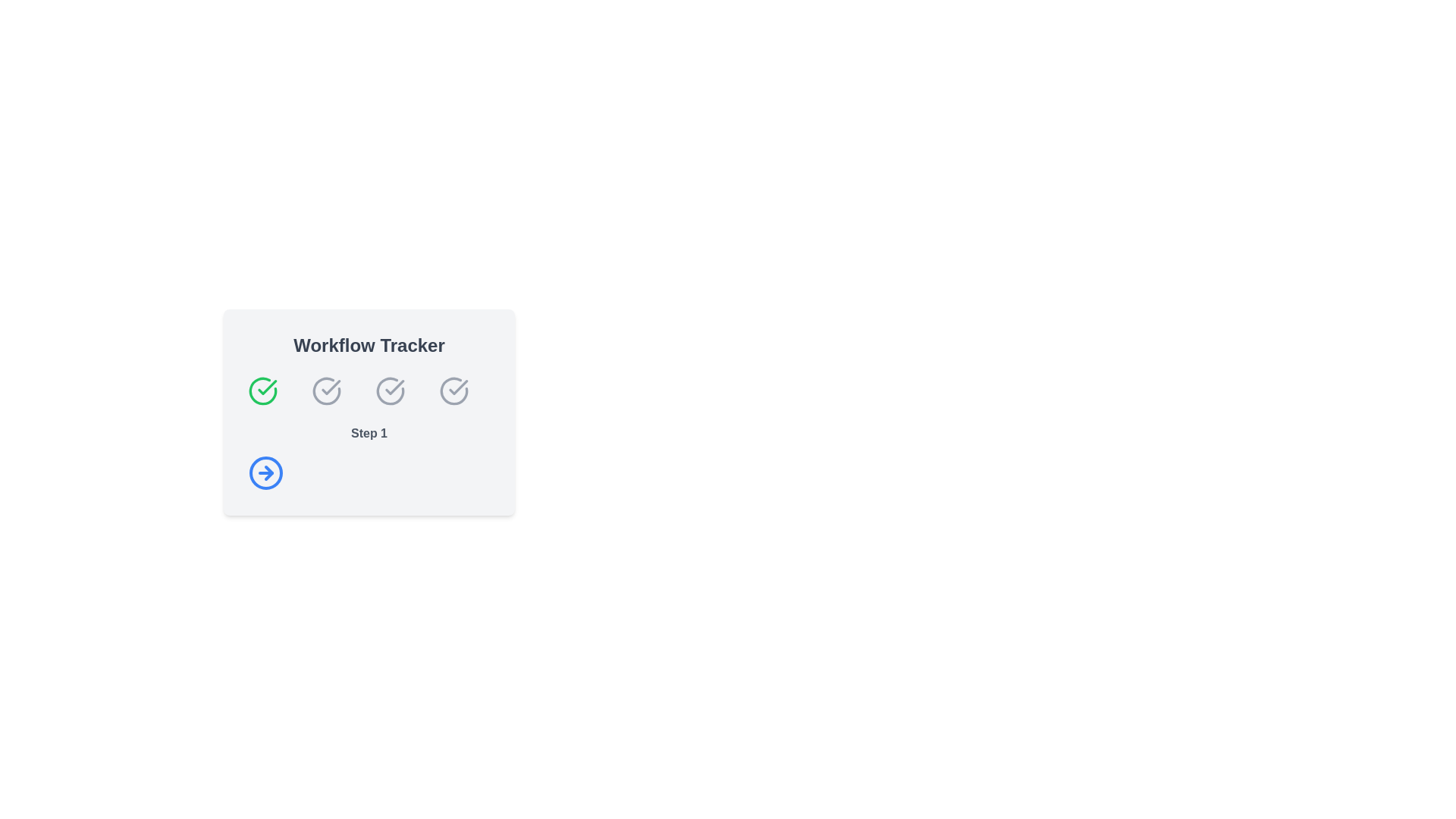 Image resolution: width=1456 pixels, height=819 pixels. I want to click on the text indicator for 'Step 1', so click(369, 433).